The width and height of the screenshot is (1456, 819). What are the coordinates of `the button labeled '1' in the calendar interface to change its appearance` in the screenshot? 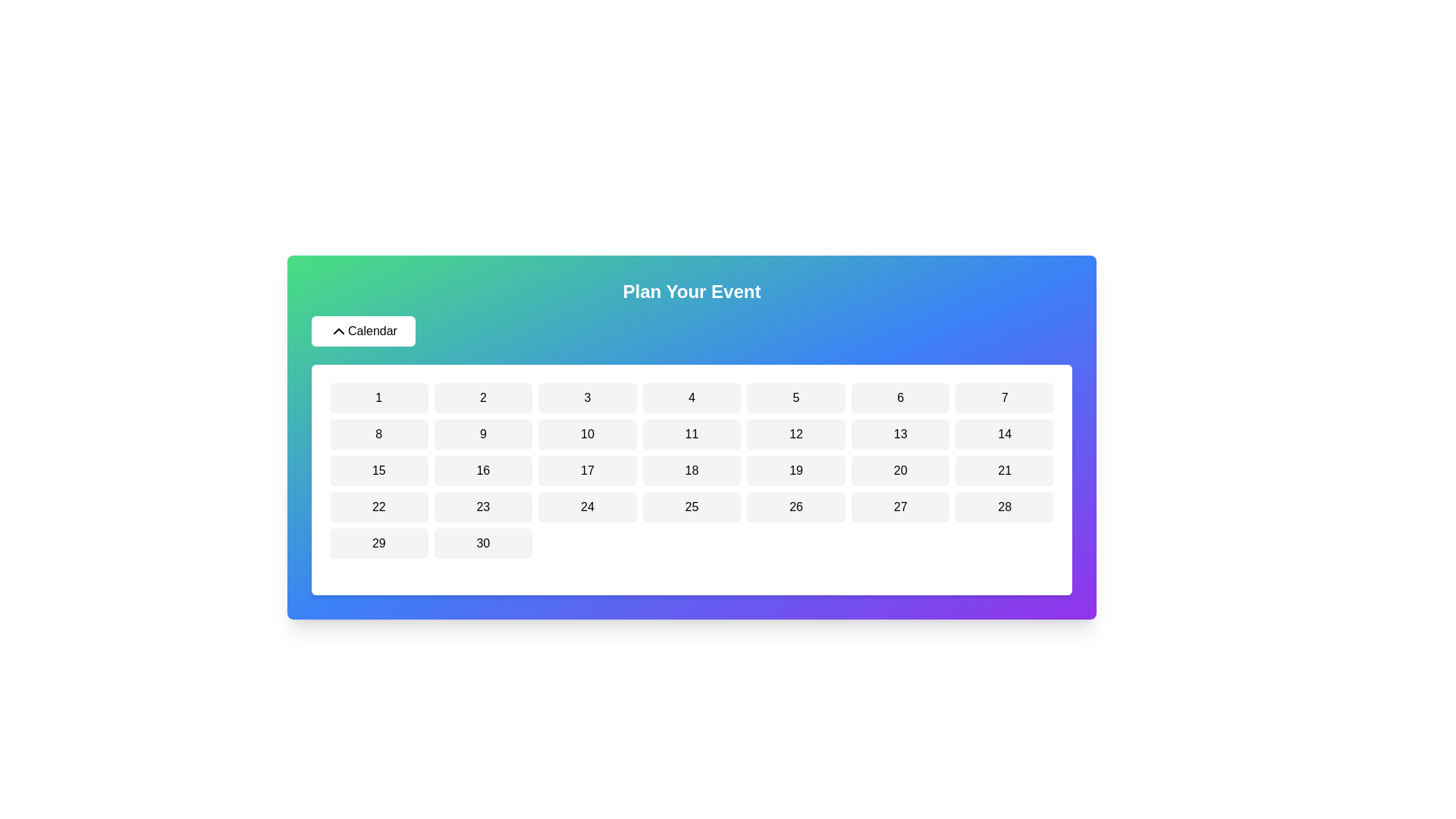 It's located at (378, 397).